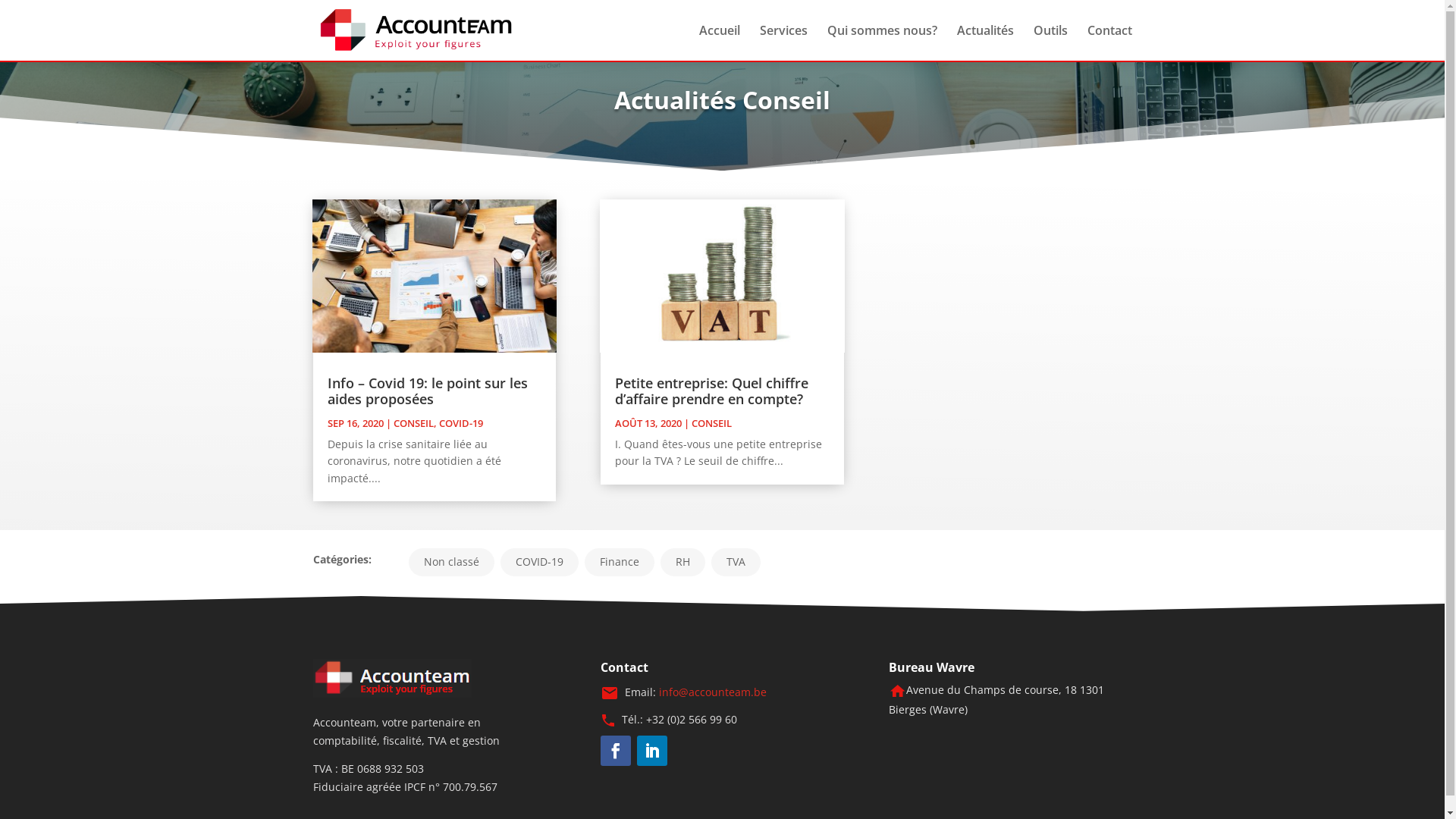 The image size is (1456, 819). What do you see at coordinates (539, 562) in the screenshot?
I see `'COVID-19'` at bounding box center [539, 562].